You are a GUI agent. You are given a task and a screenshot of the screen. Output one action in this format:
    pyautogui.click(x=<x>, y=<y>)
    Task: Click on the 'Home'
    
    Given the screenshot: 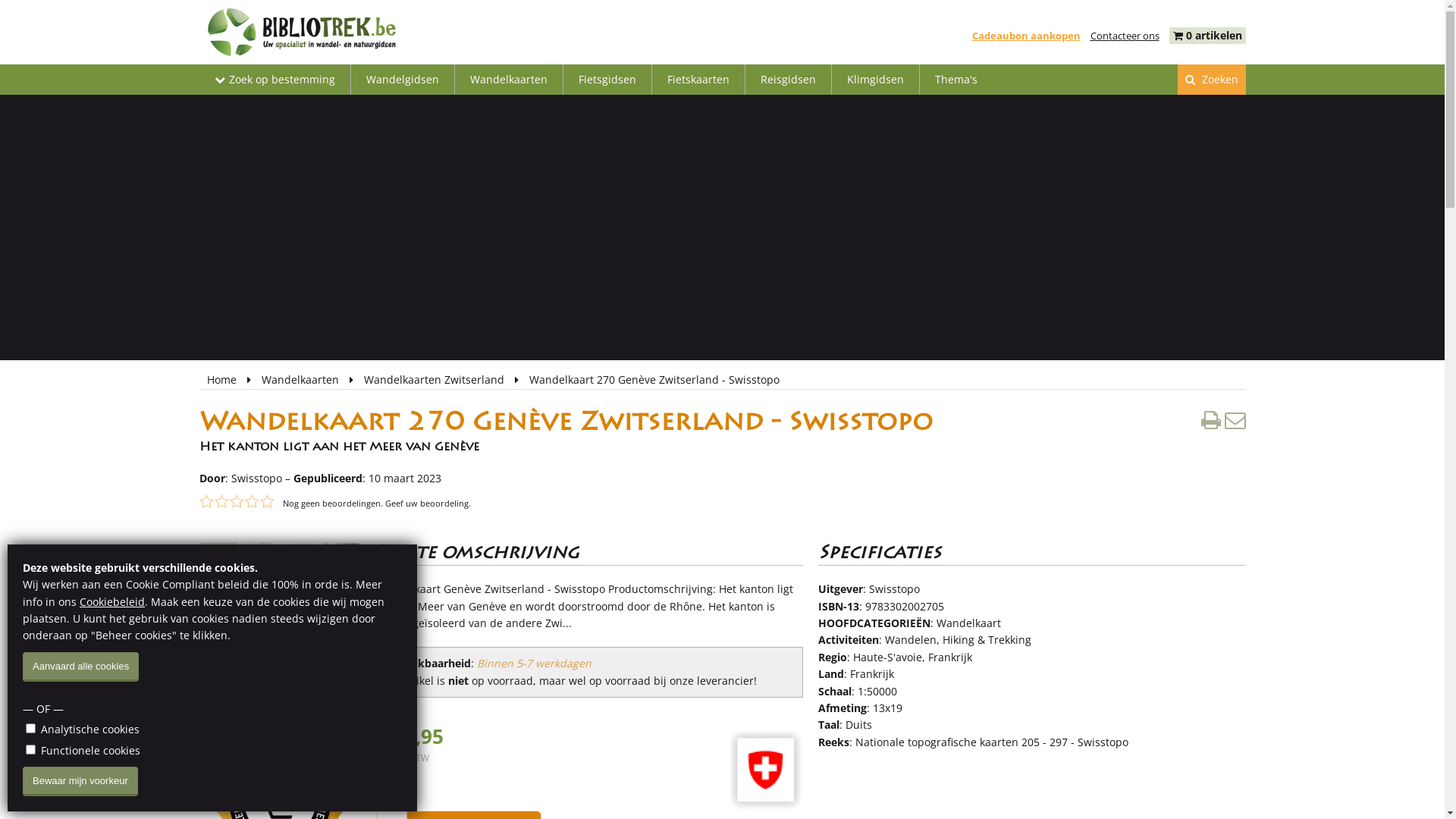 What is the action you would take?
    pyautogui.click(x=221, y=378)
    